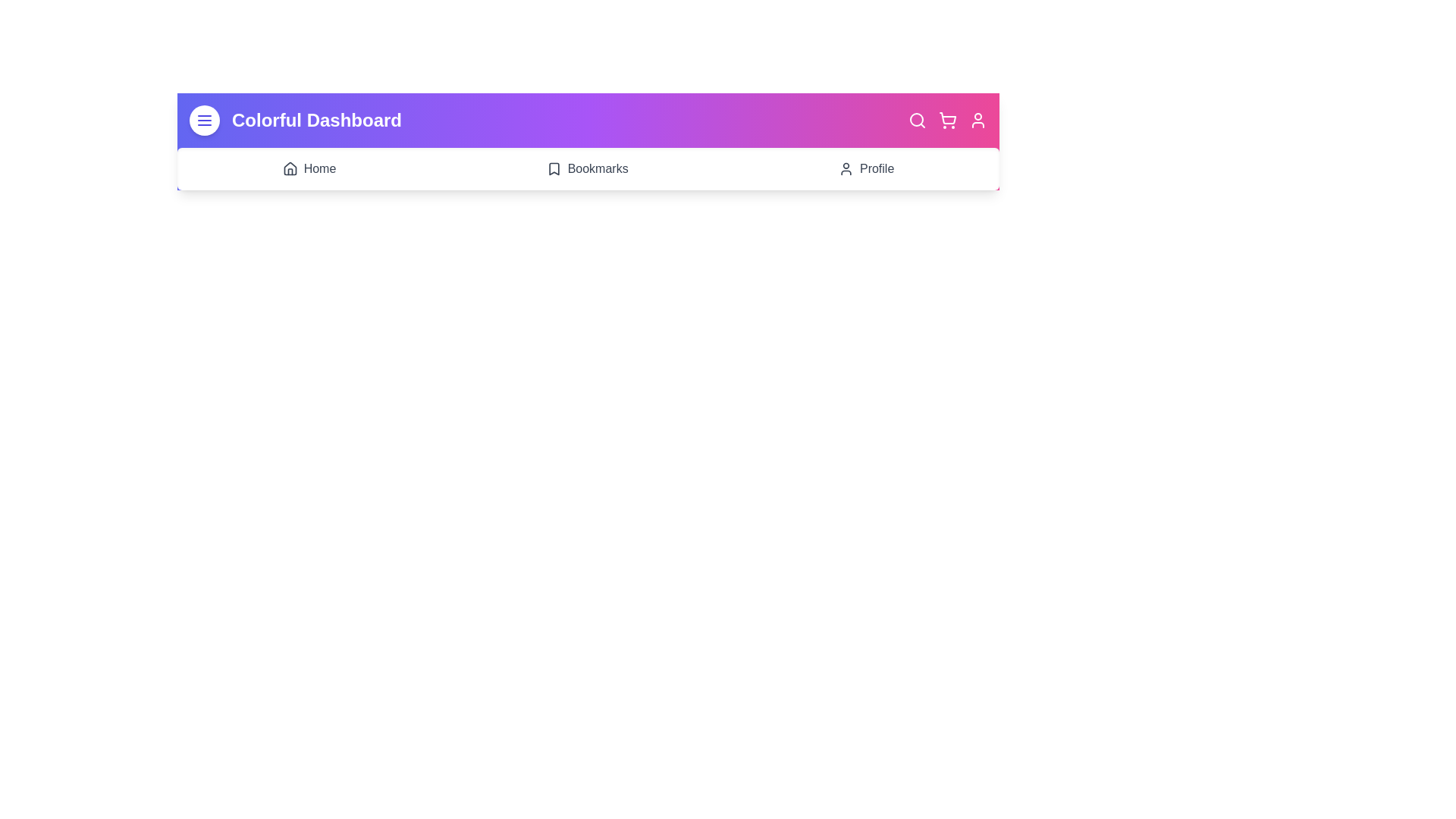  What do you see at coordinates (946, 119) in the screenshot?
I see `the interactive element Shopping Cart Icon to observe visual feedback` at bounding box center [946, 119].